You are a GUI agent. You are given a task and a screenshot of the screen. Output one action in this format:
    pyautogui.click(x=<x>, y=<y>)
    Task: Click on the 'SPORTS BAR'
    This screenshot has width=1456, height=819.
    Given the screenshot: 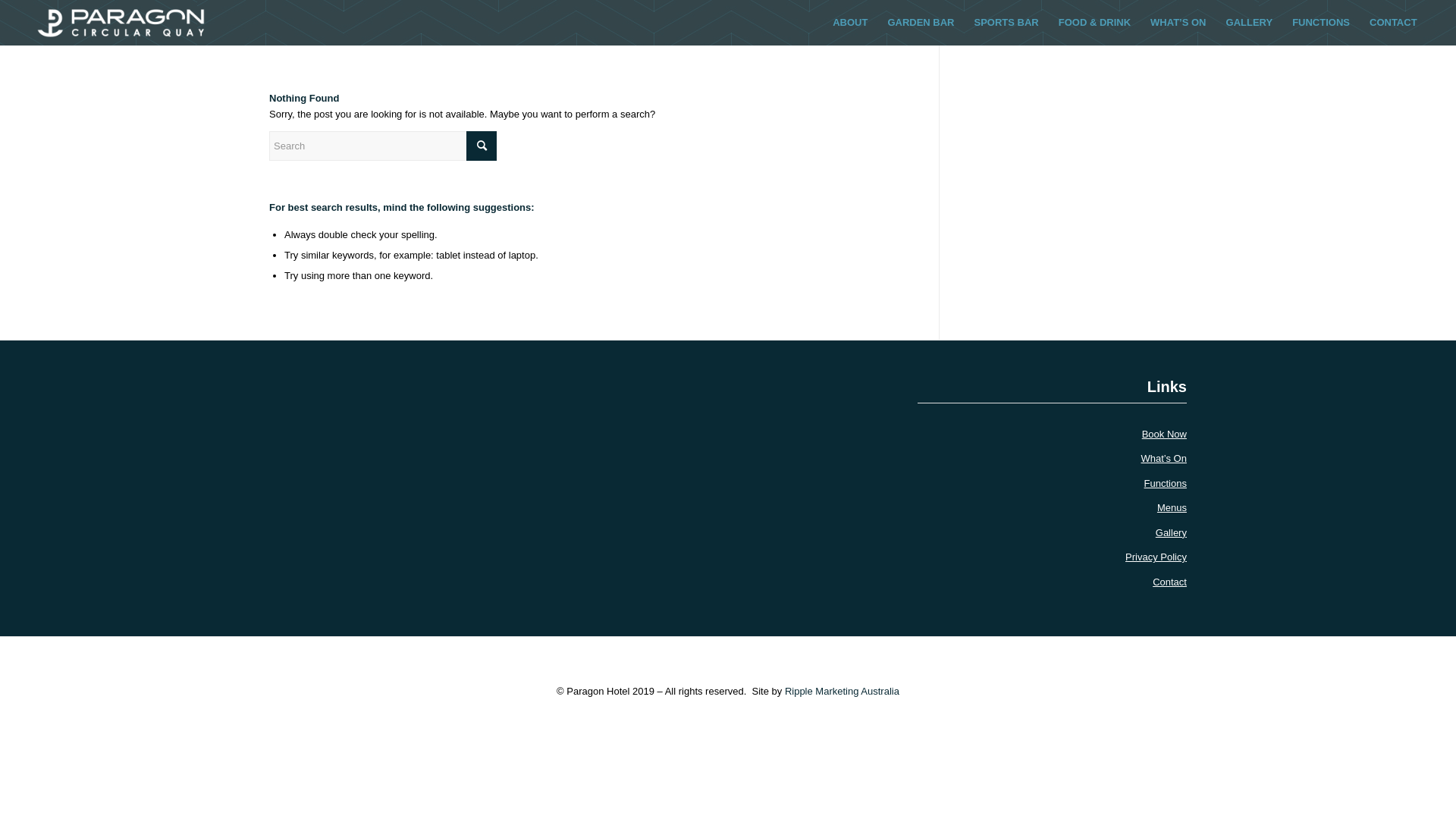 What is the action you would take?
    pyautogui.click(x=1006, y=23)
    